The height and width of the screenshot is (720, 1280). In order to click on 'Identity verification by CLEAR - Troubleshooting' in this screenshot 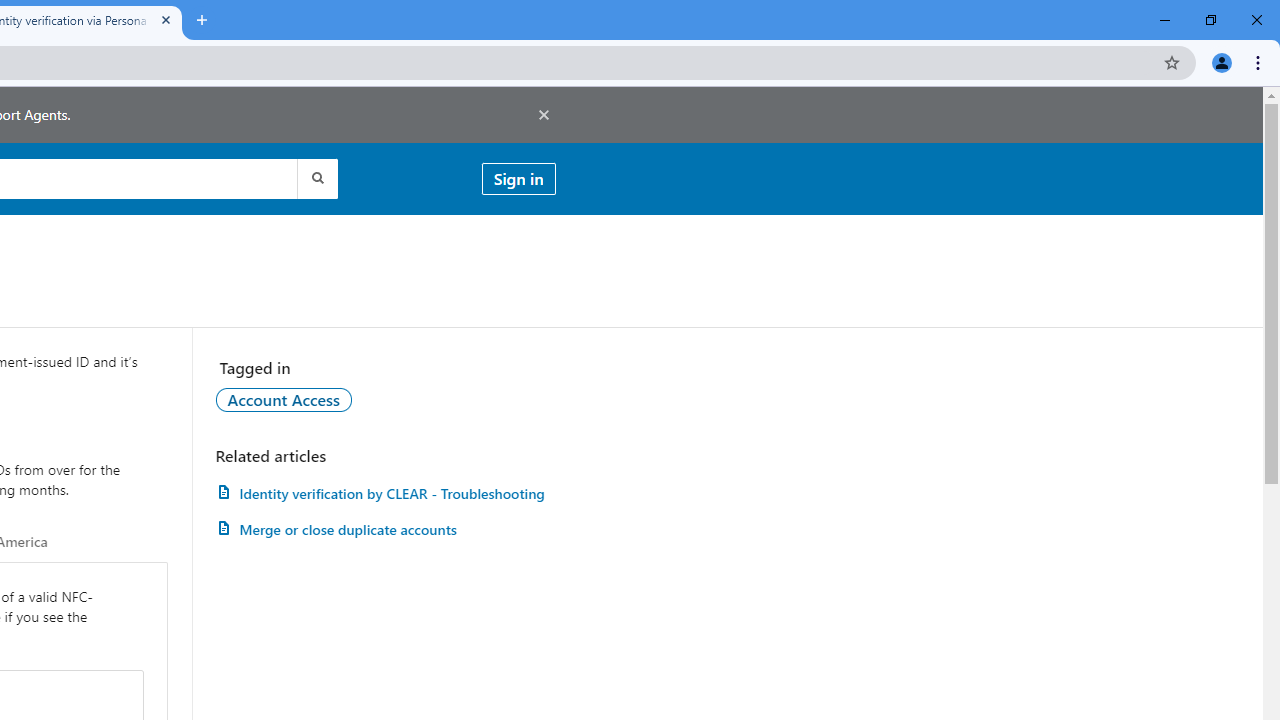, I will do `click(385, 493)`.